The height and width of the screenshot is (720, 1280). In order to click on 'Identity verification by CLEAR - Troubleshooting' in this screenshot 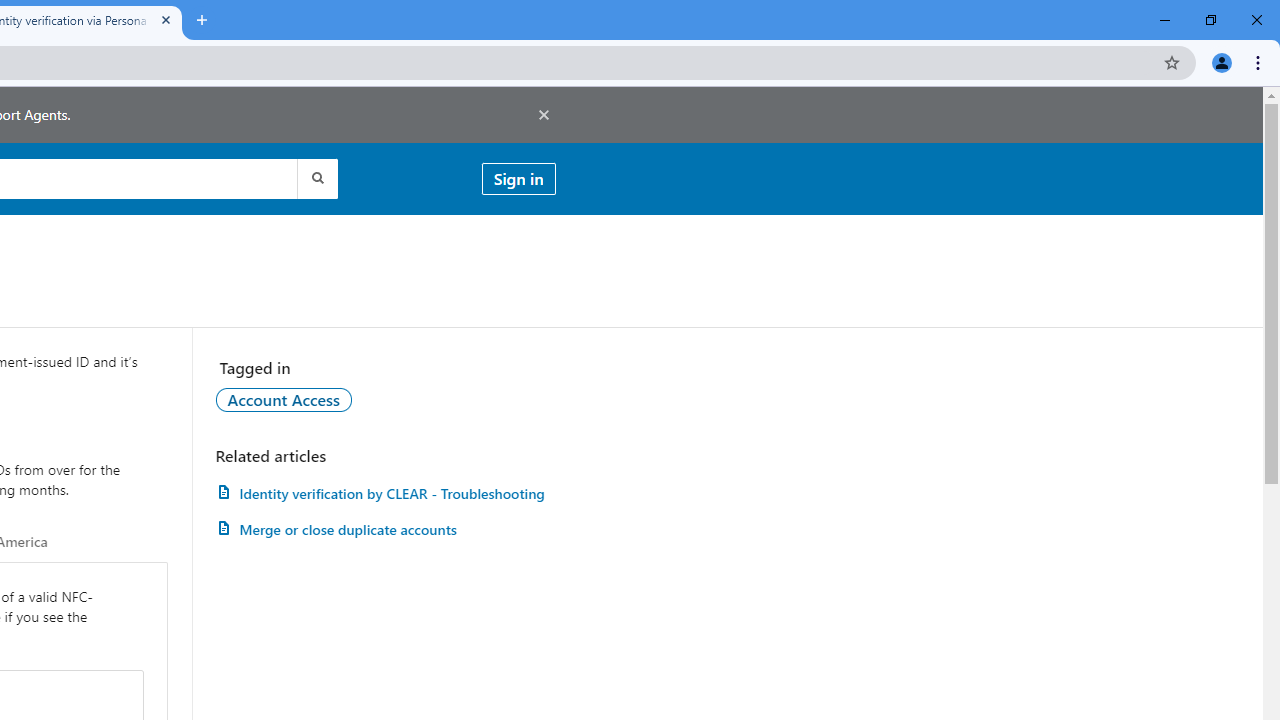, I will do `click(385, 493)`.